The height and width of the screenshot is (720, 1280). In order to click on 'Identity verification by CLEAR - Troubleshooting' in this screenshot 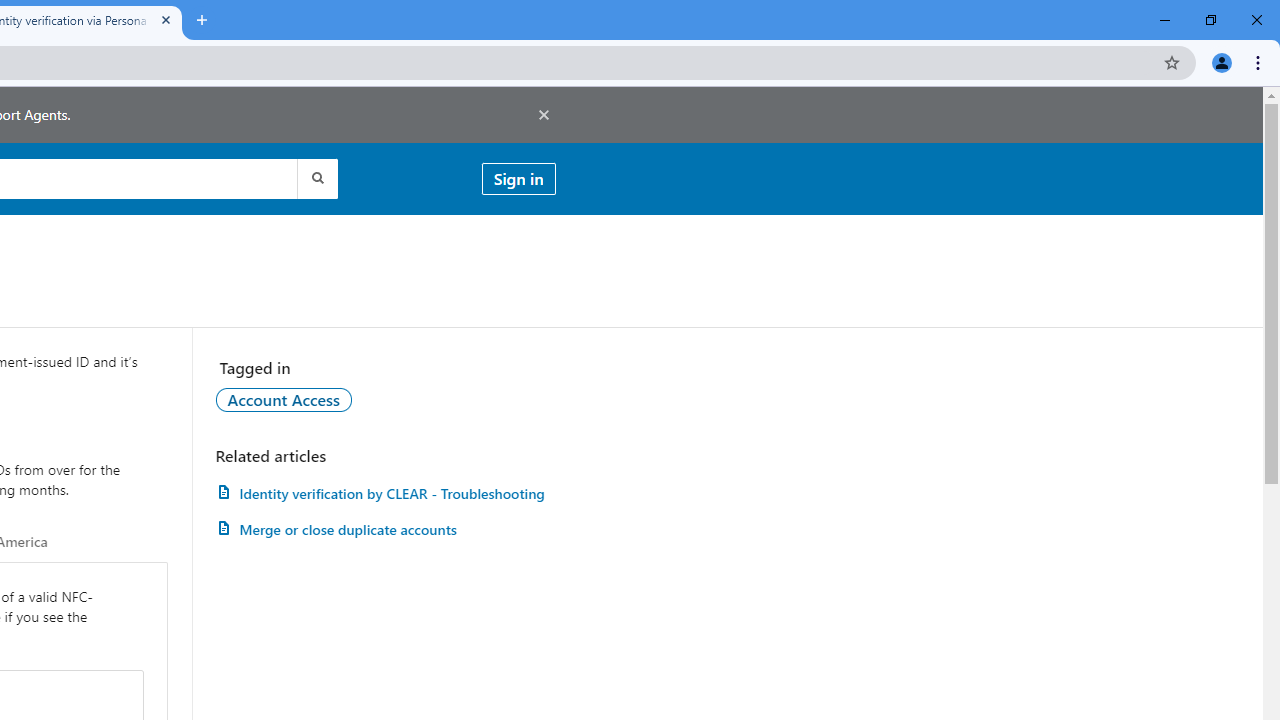, I will do `click(385, 493)`.